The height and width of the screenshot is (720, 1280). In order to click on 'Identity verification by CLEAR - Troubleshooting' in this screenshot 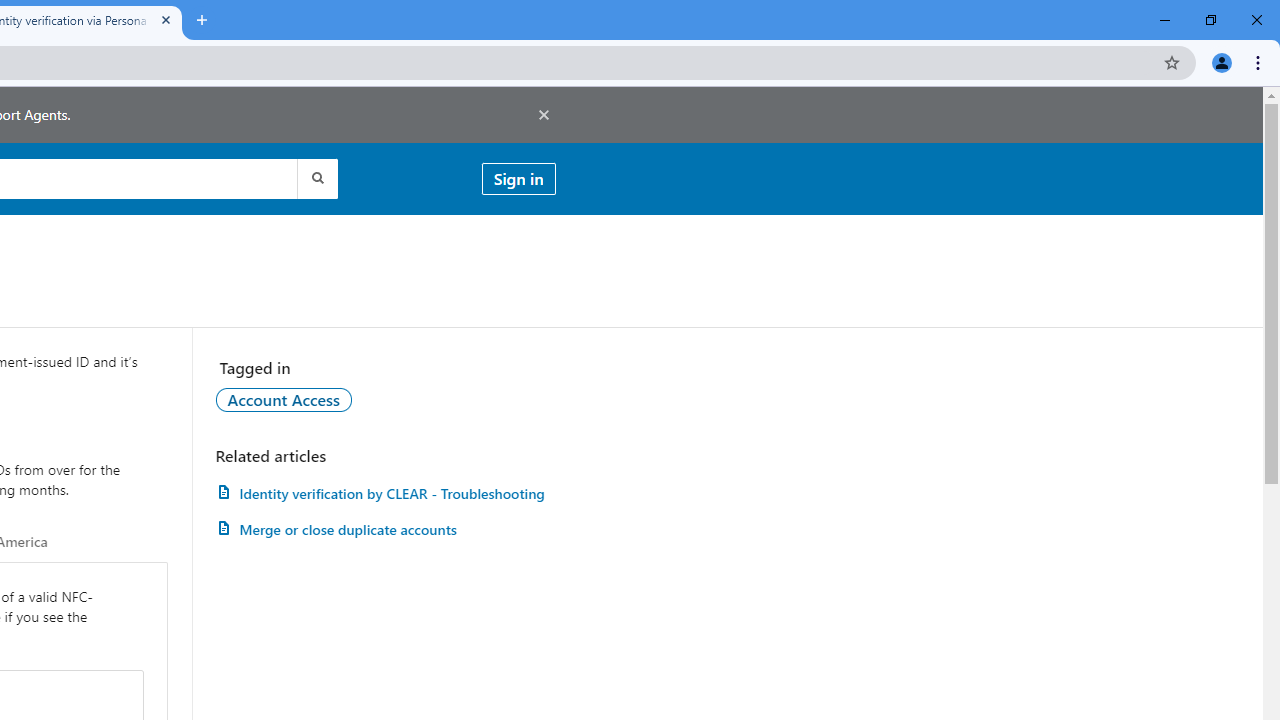, I will do `click(385, 493)`.